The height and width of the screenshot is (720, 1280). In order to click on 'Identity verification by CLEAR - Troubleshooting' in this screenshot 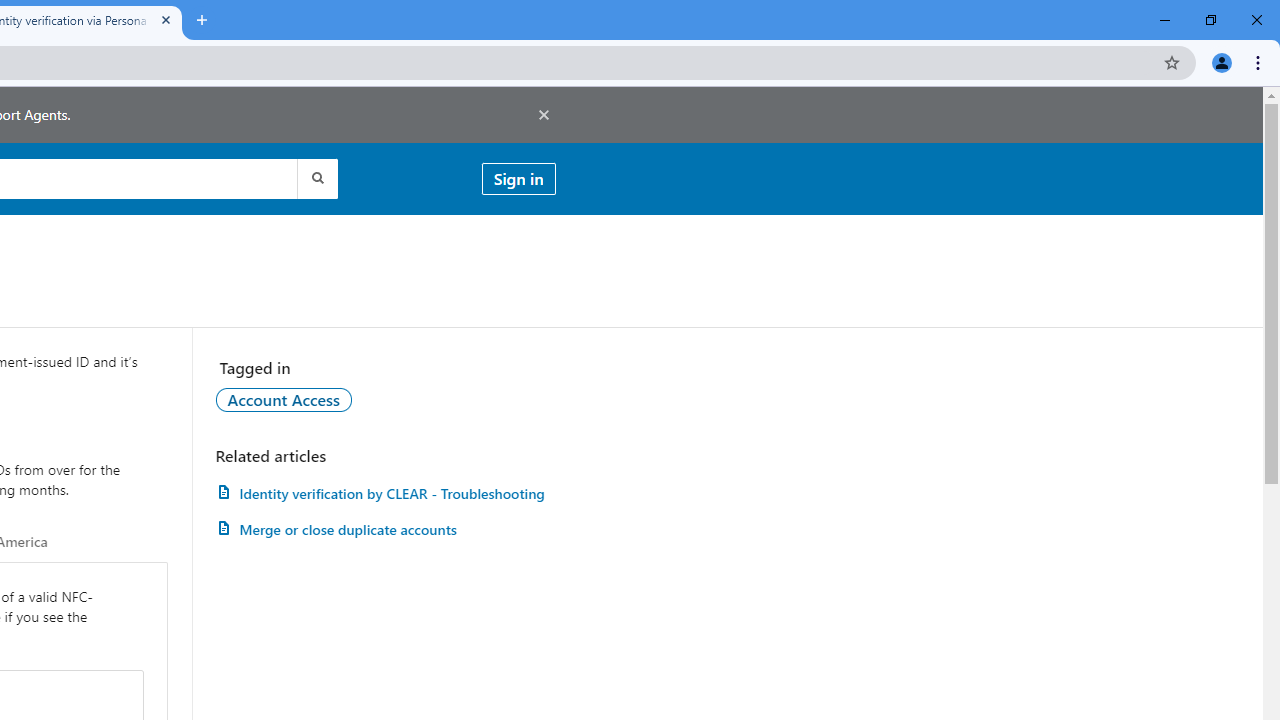, I will do `click(385, 493)`.